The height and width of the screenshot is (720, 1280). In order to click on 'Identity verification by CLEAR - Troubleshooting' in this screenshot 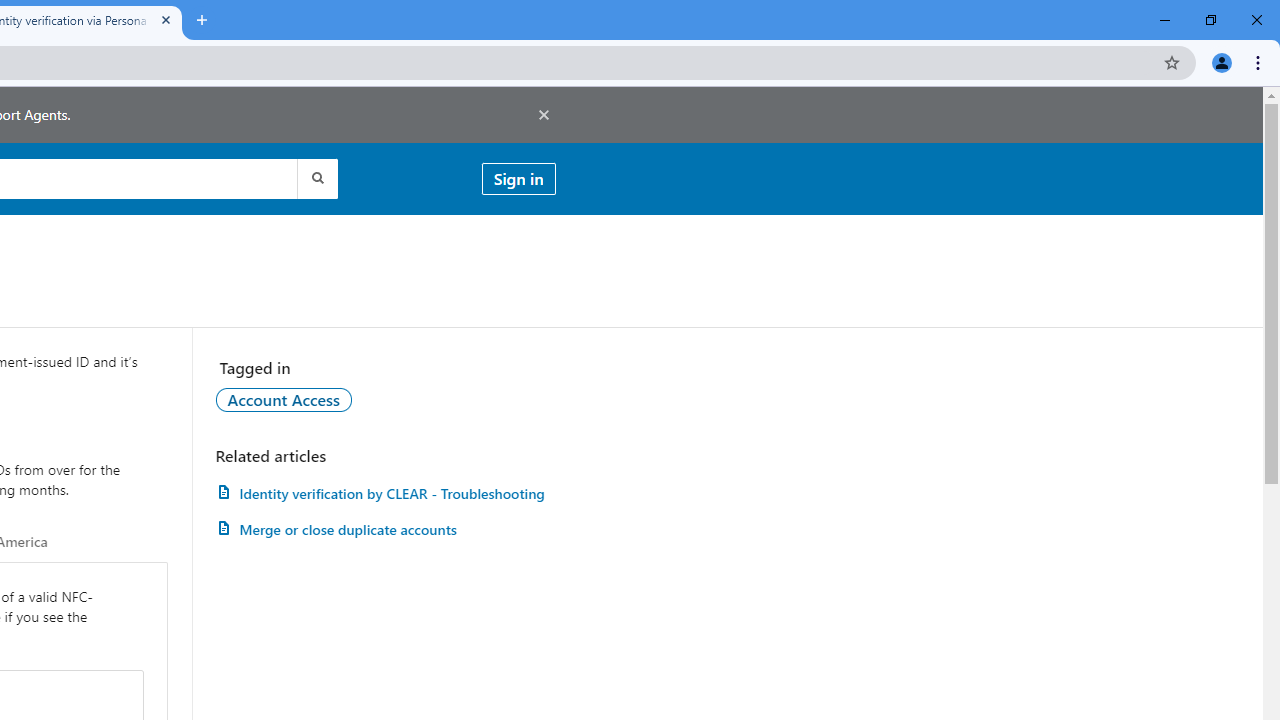, I will do `click(385, 493)`.